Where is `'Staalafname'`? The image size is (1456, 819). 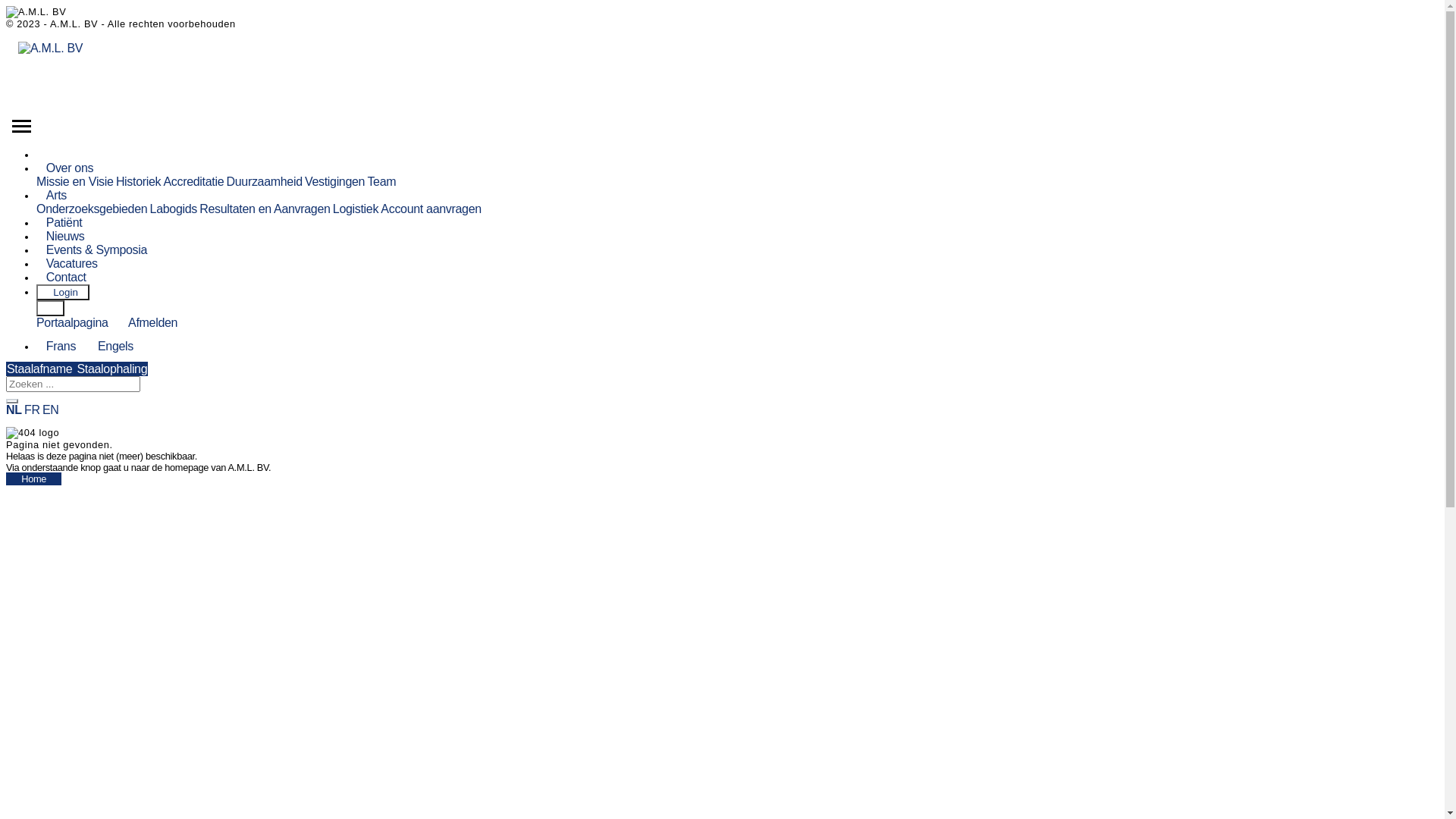 'Staalafname' is located at coordinates (40, 369).